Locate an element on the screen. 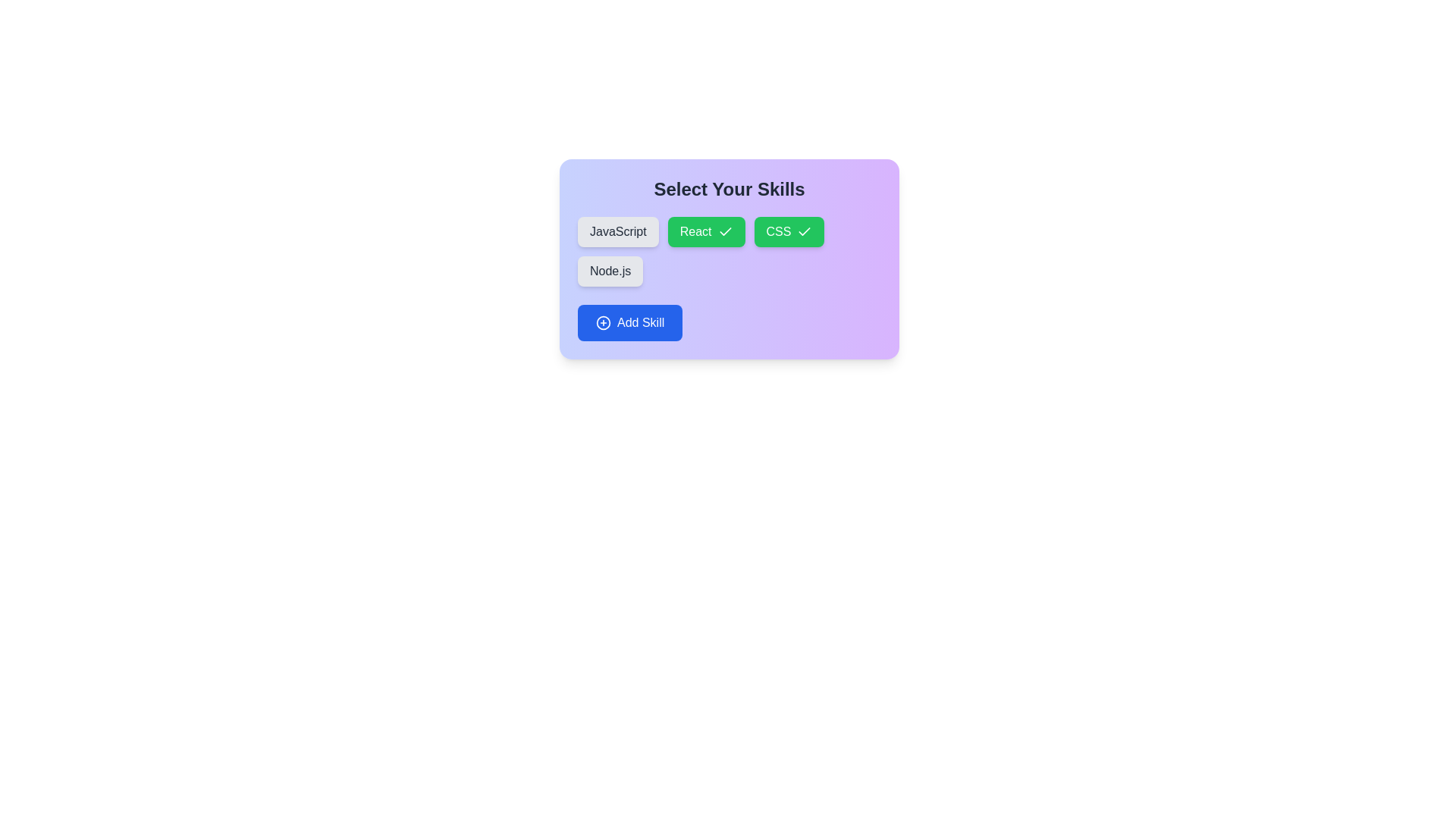 The height and width of the screenshot is (819, 1456). the 'Add Skill' button to add a new skill is located at coordinates (630, 322).